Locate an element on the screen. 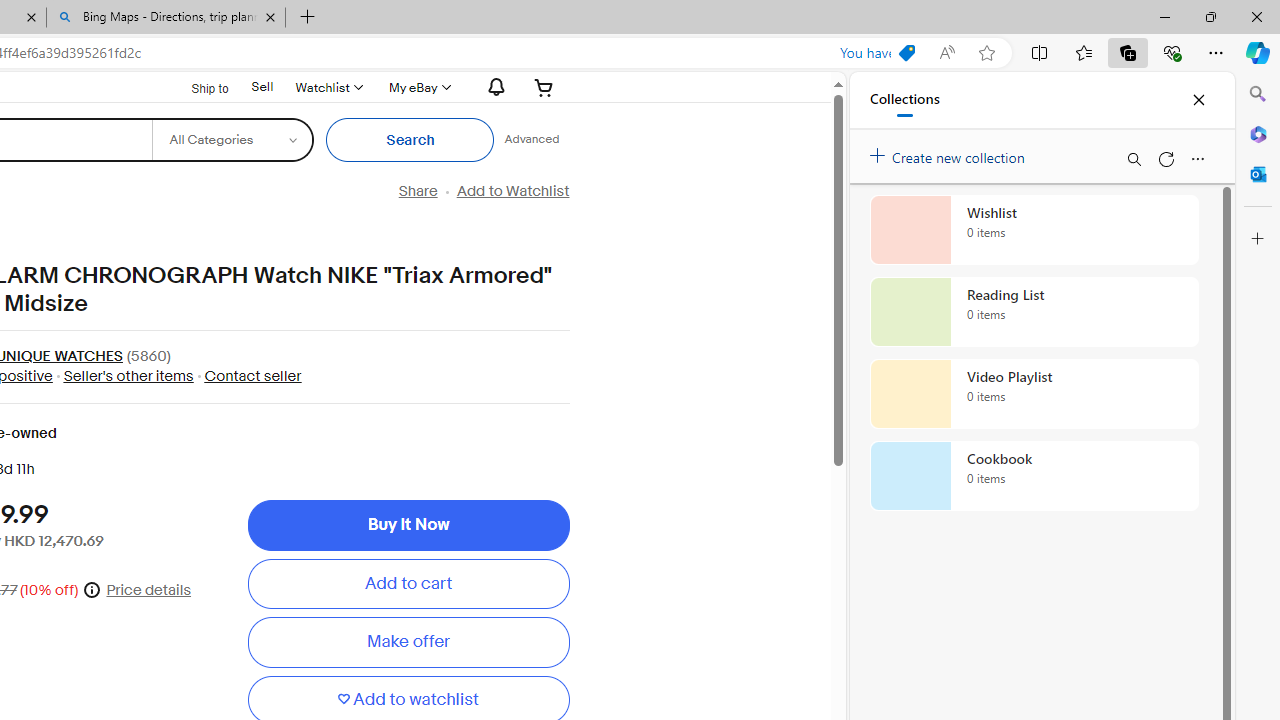 Image resolution: width=1280 pixels, height=720 pixels. 'Sell' is located at coordinates (261, 86).